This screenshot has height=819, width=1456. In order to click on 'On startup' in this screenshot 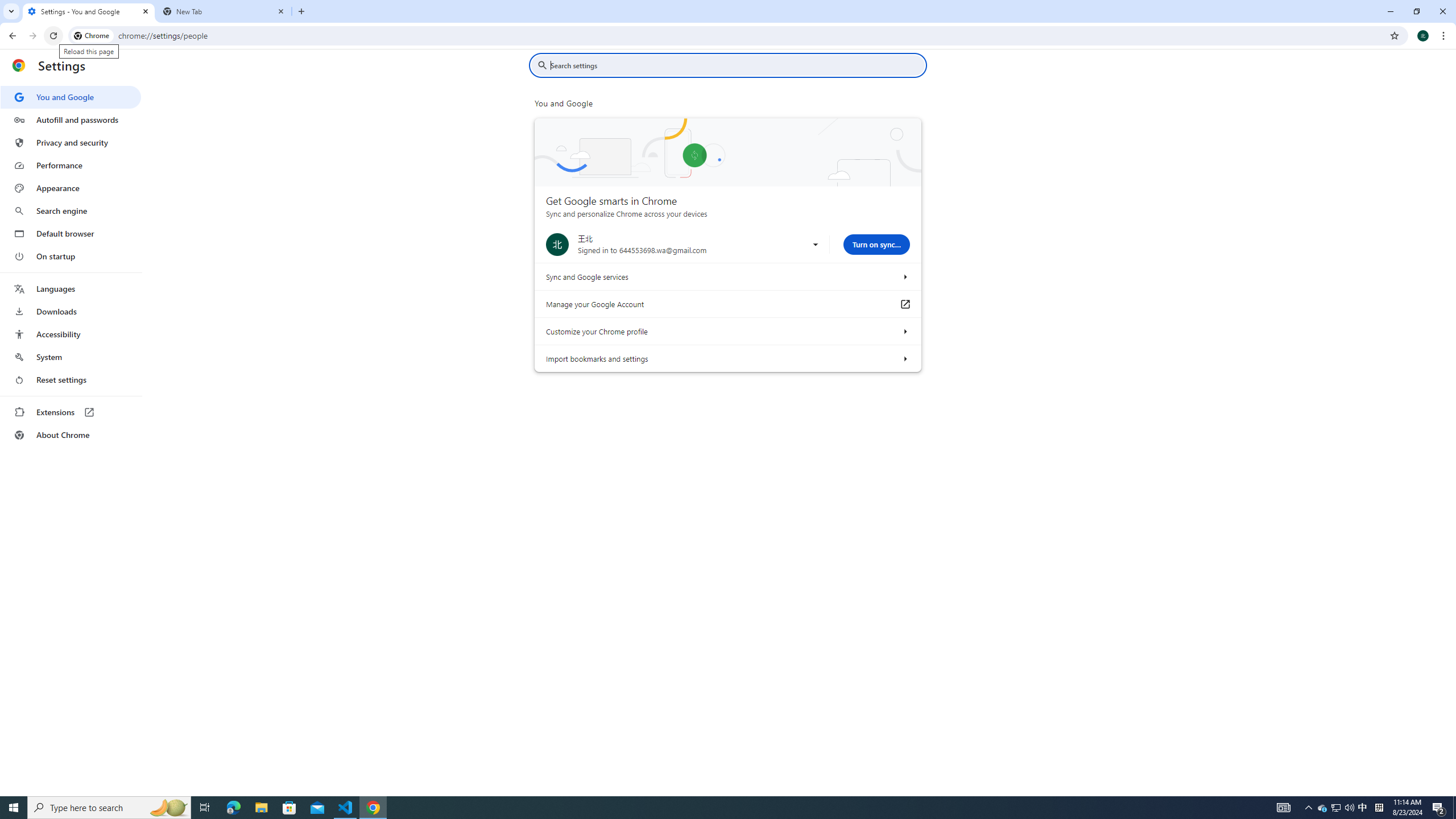, I will do `click(70, 255)`.